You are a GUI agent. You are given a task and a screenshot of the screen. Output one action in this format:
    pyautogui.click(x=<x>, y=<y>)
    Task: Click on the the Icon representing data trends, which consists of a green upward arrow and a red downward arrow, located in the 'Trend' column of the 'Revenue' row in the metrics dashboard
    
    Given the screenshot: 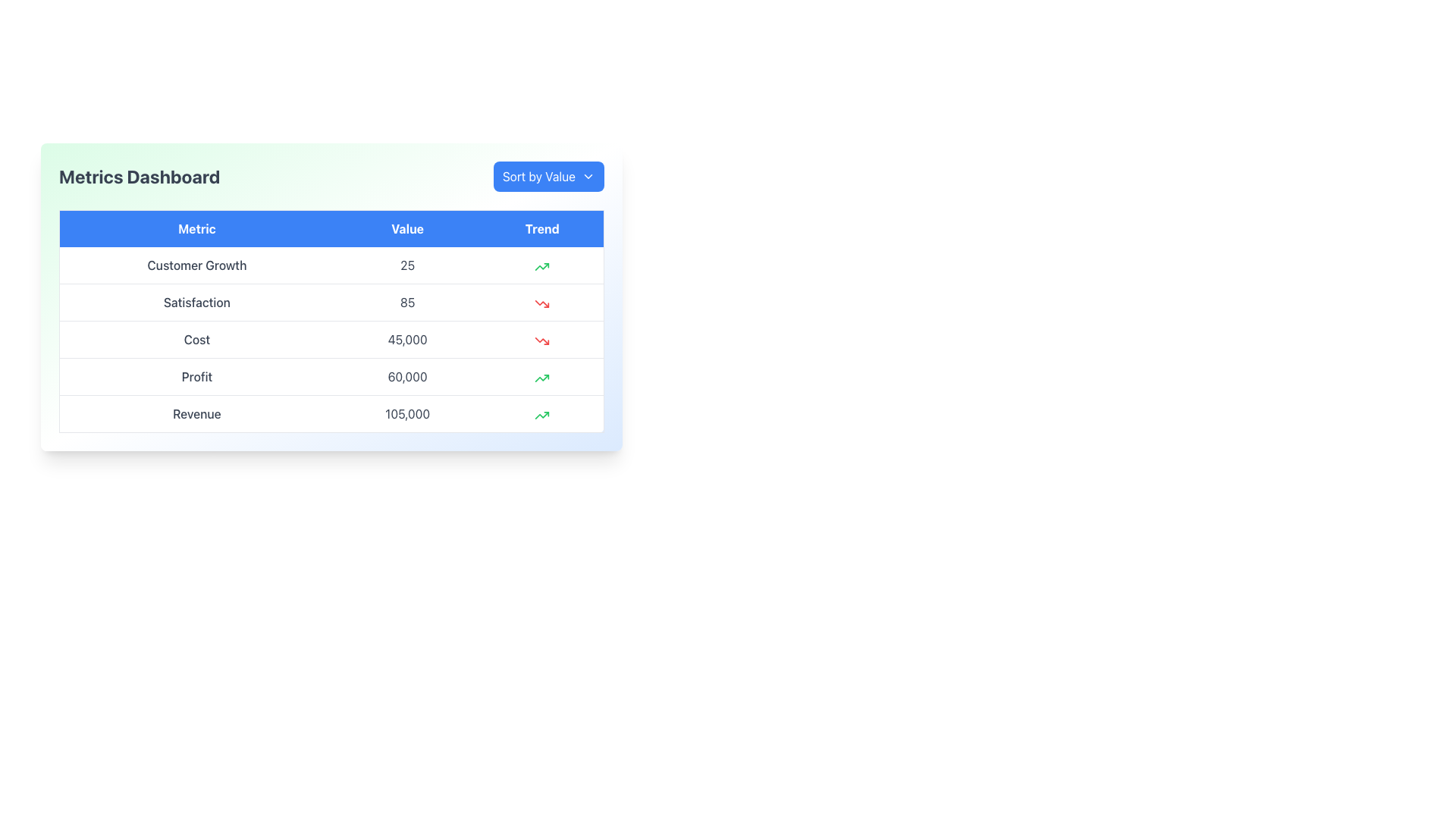 What is the action you would take?
    pyautogui.click(x=542, y=414)
    